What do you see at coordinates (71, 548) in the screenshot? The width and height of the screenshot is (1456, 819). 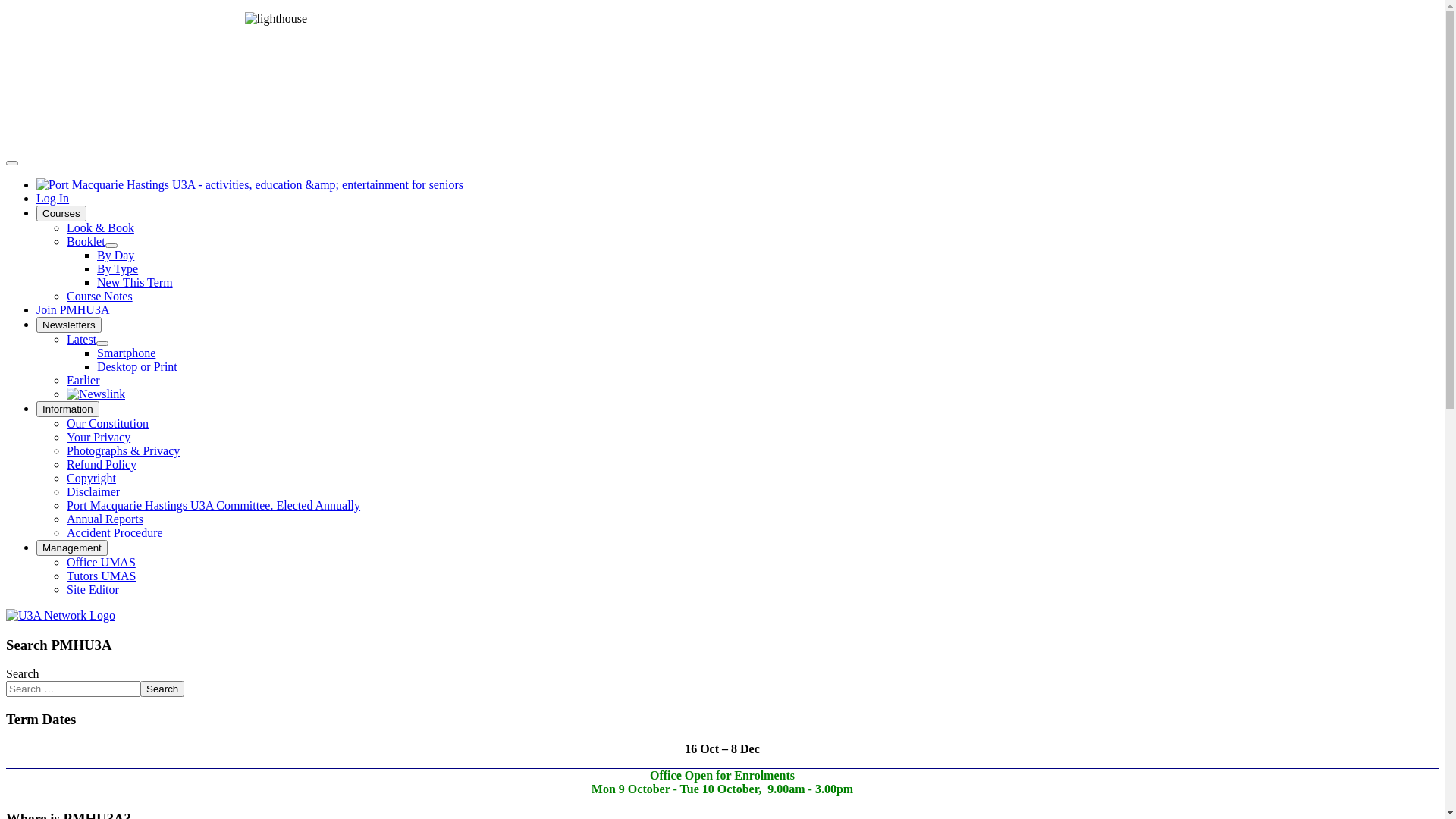 I see `'Management'` at bounding box center [71, 548].